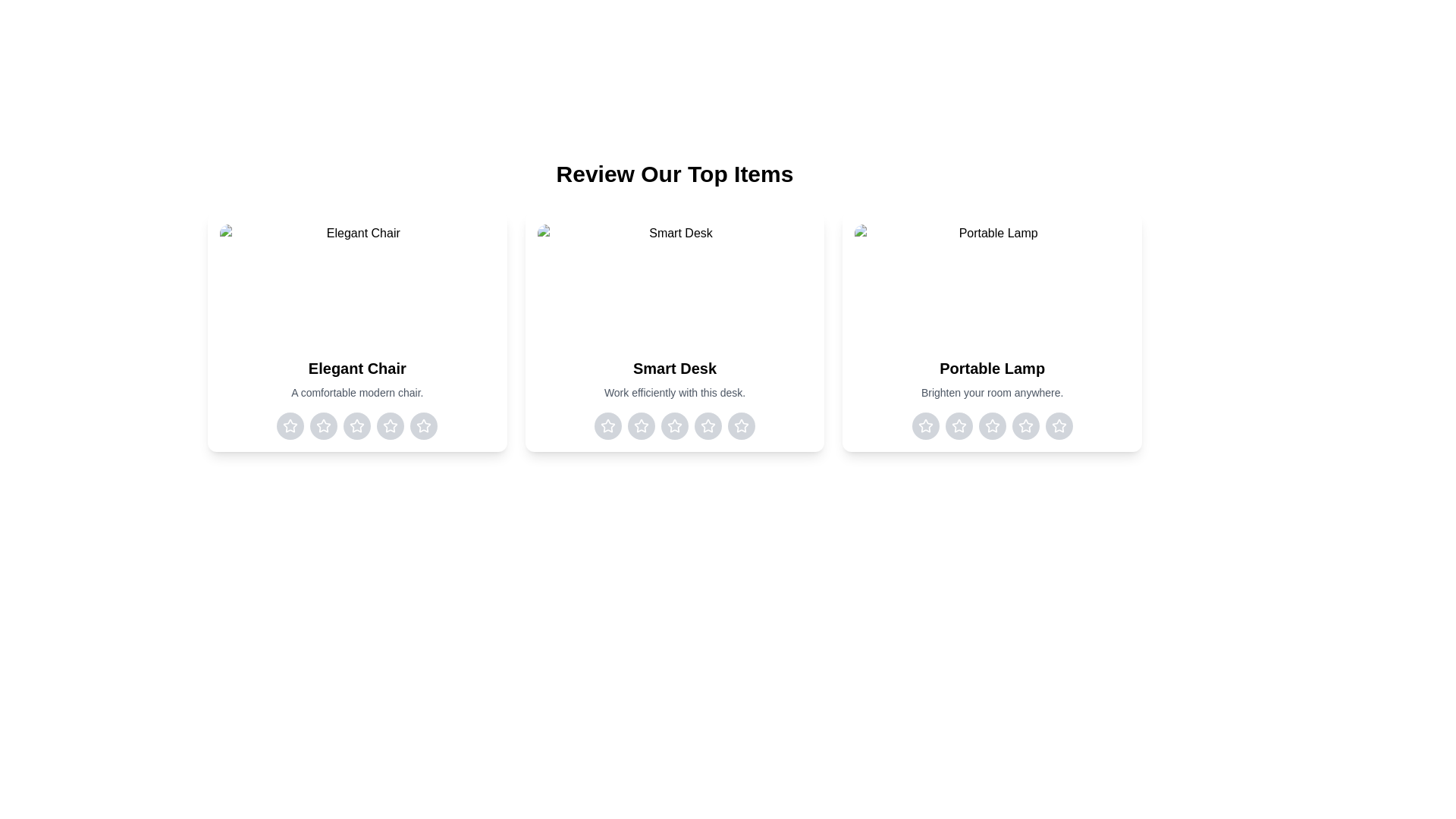  What do you see at coordinates (1058, 426) in the screenshot?
I see `the rating for the item 'Portable Lamp' to 5 stars` at bounding box center [1058, 426].